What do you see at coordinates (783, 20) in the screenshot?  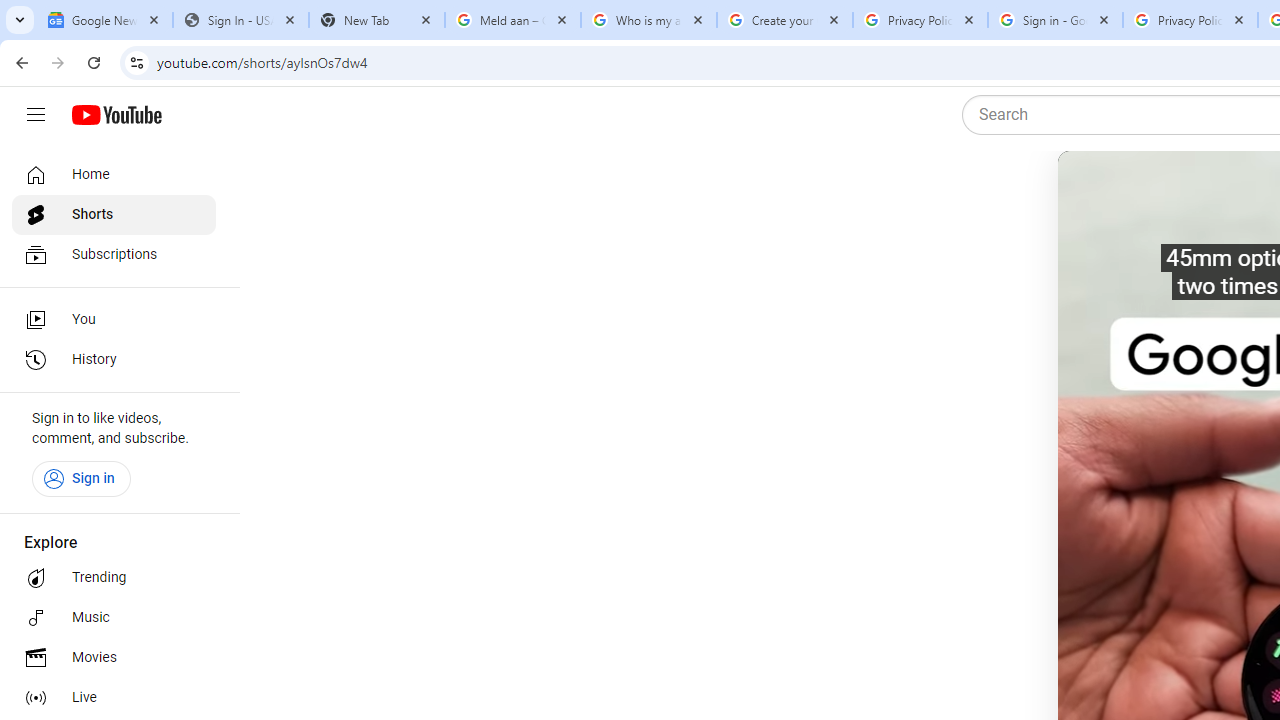 I see `'Create your Google Account'` at bounding box center [783, 20].